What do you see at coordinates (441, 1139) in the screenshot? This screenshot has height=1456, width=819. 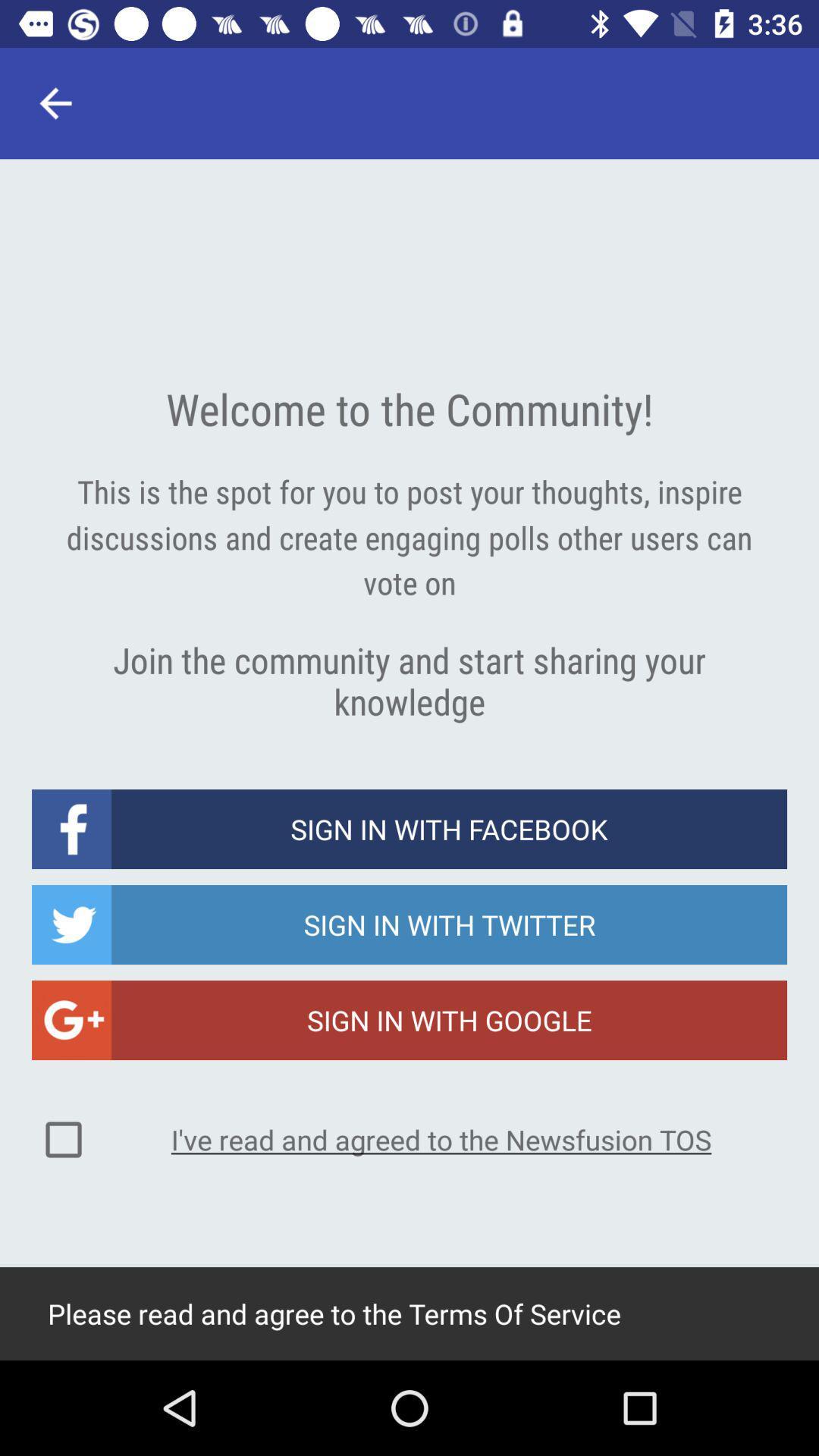 I see `the icon above the please read and` at bounding box center [441, 1139].